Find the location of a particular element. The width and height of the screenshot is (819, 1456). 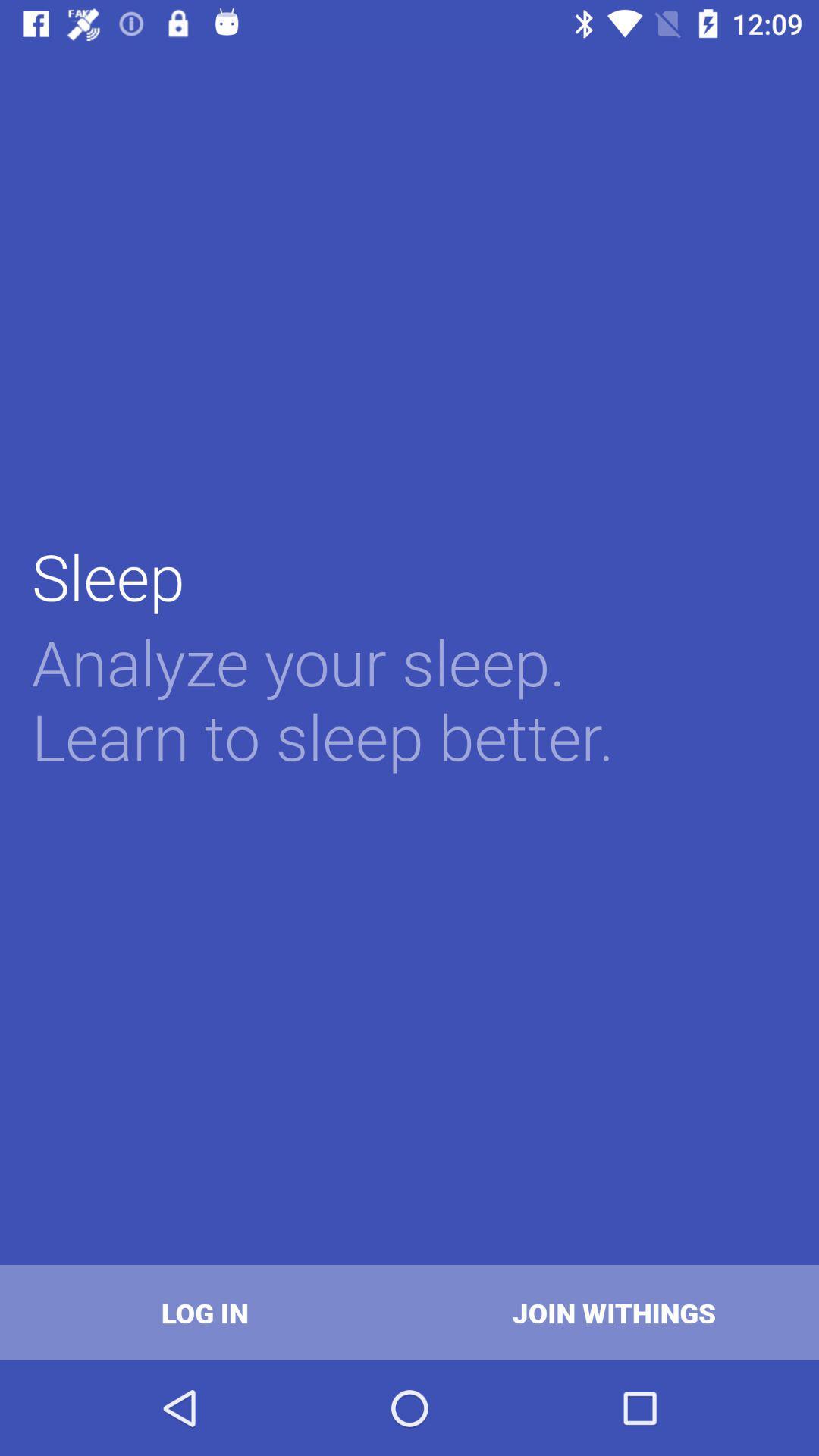

the log in at the bottom left corner is located at coordinates (205, 1312).